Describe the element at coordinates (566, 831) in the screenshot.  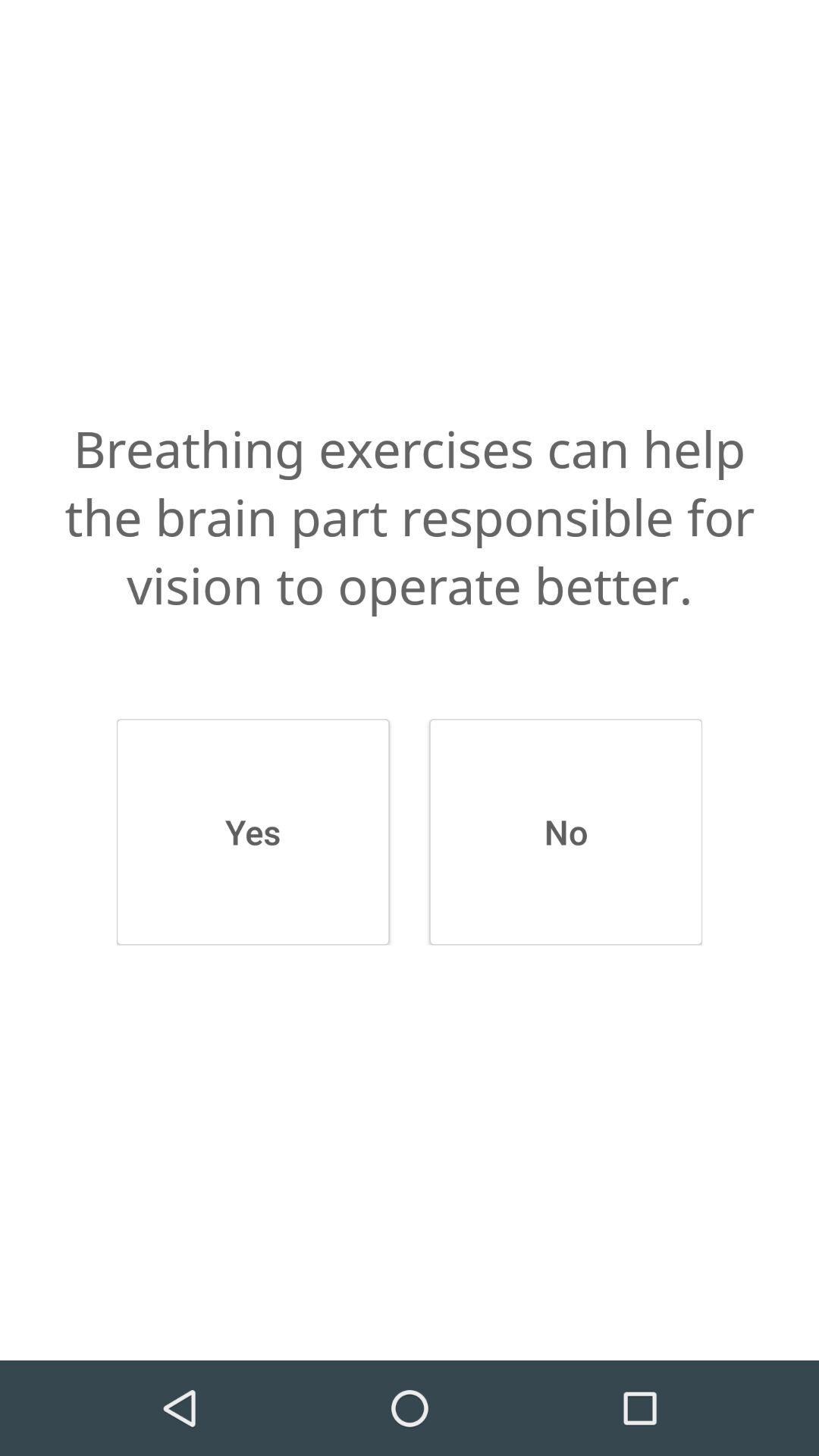
I see `icon to the right of the yes icon` at that location.